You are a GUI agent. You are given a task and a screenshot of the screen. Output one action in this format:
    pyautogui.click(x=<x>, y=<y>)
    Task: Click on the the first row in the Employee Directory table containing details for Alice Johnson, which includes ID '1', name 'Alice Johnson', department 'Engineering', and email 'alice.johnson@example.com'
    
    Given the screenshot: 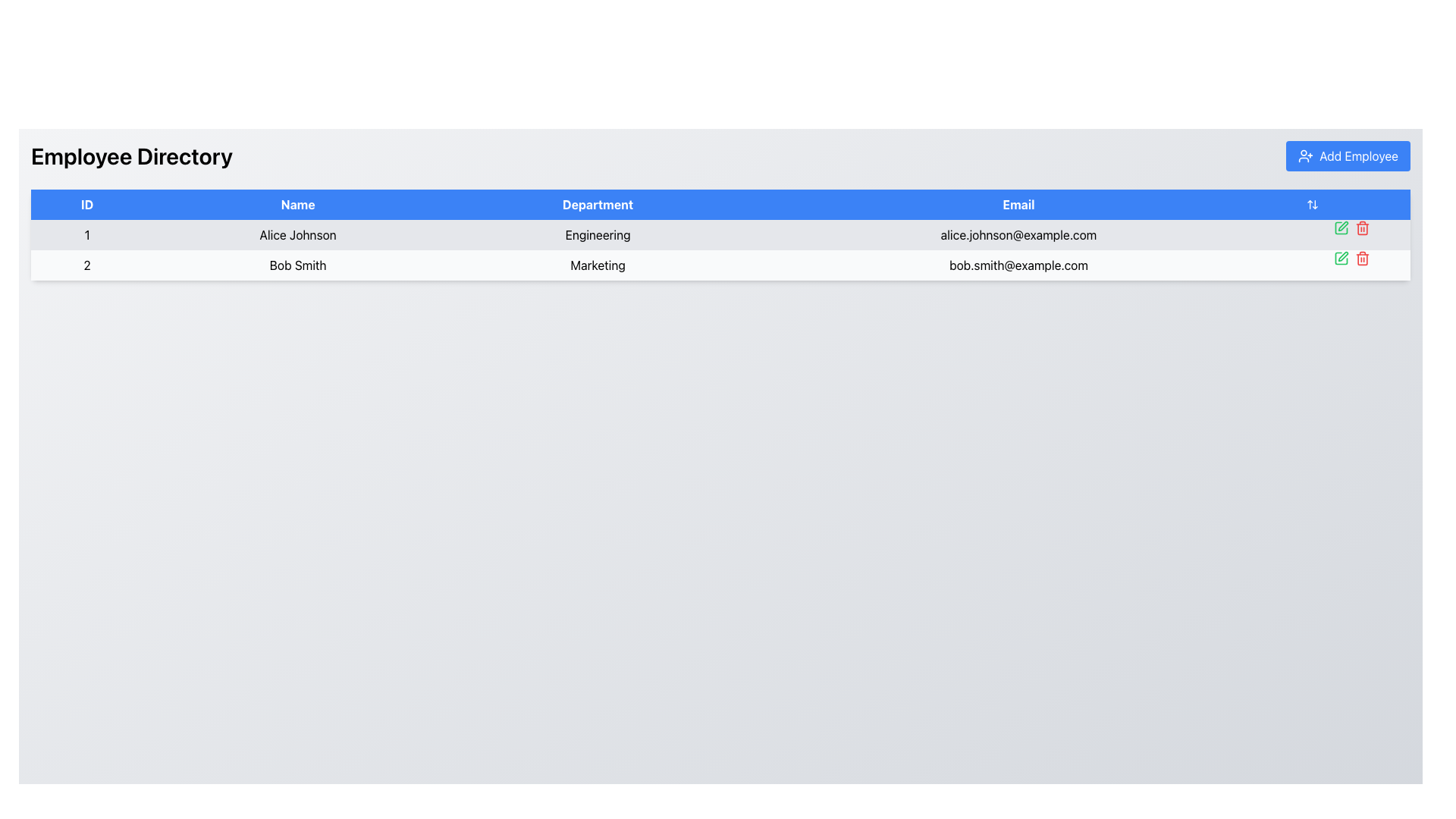 What is the action you would take?
    pyautogui.click(x=720, y=234)
    